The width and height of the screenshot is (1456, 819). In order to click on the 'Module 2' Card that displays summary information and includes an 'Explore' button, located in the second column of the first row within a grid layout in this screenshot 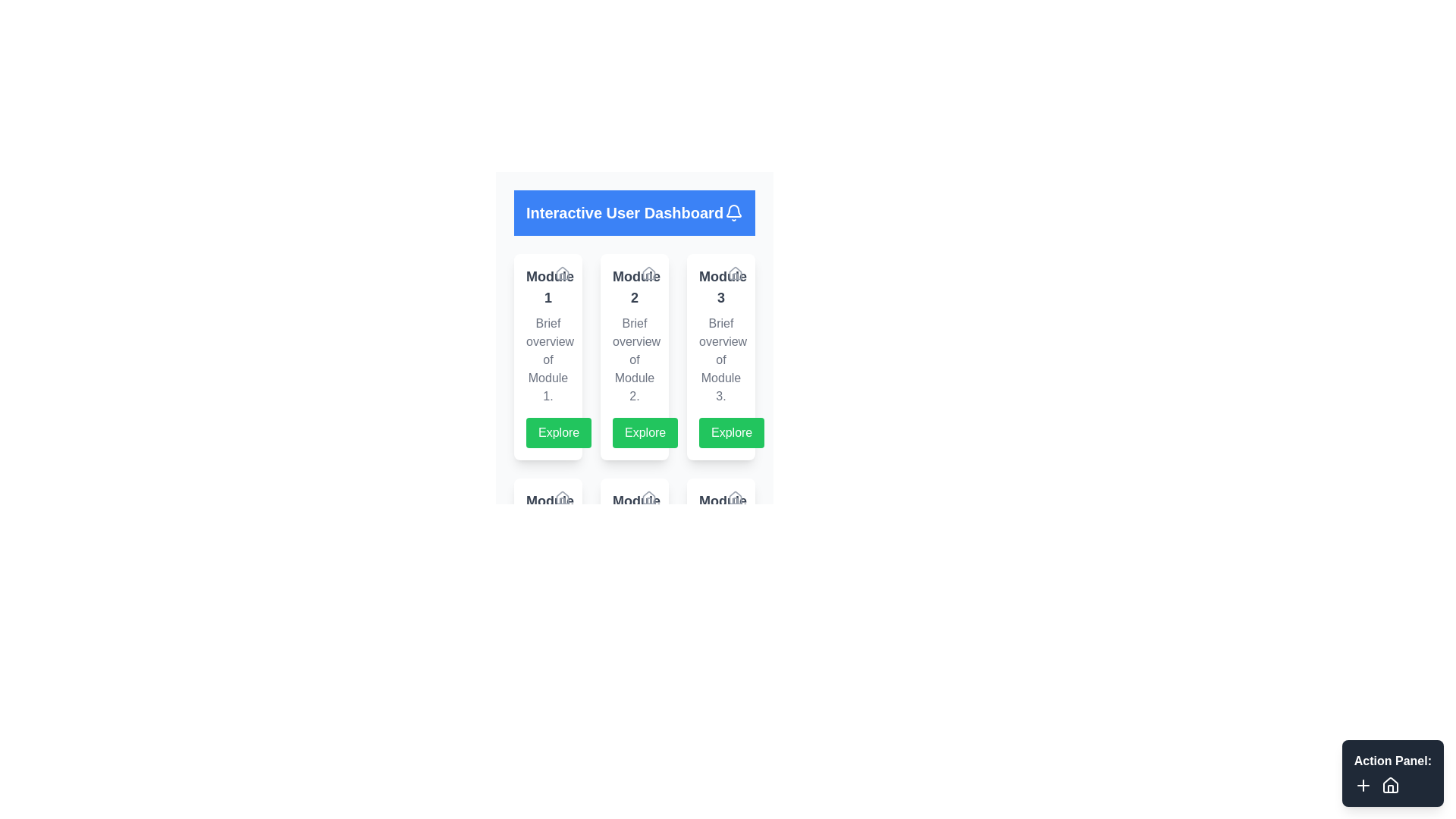, I will do `click(634, 328)`.